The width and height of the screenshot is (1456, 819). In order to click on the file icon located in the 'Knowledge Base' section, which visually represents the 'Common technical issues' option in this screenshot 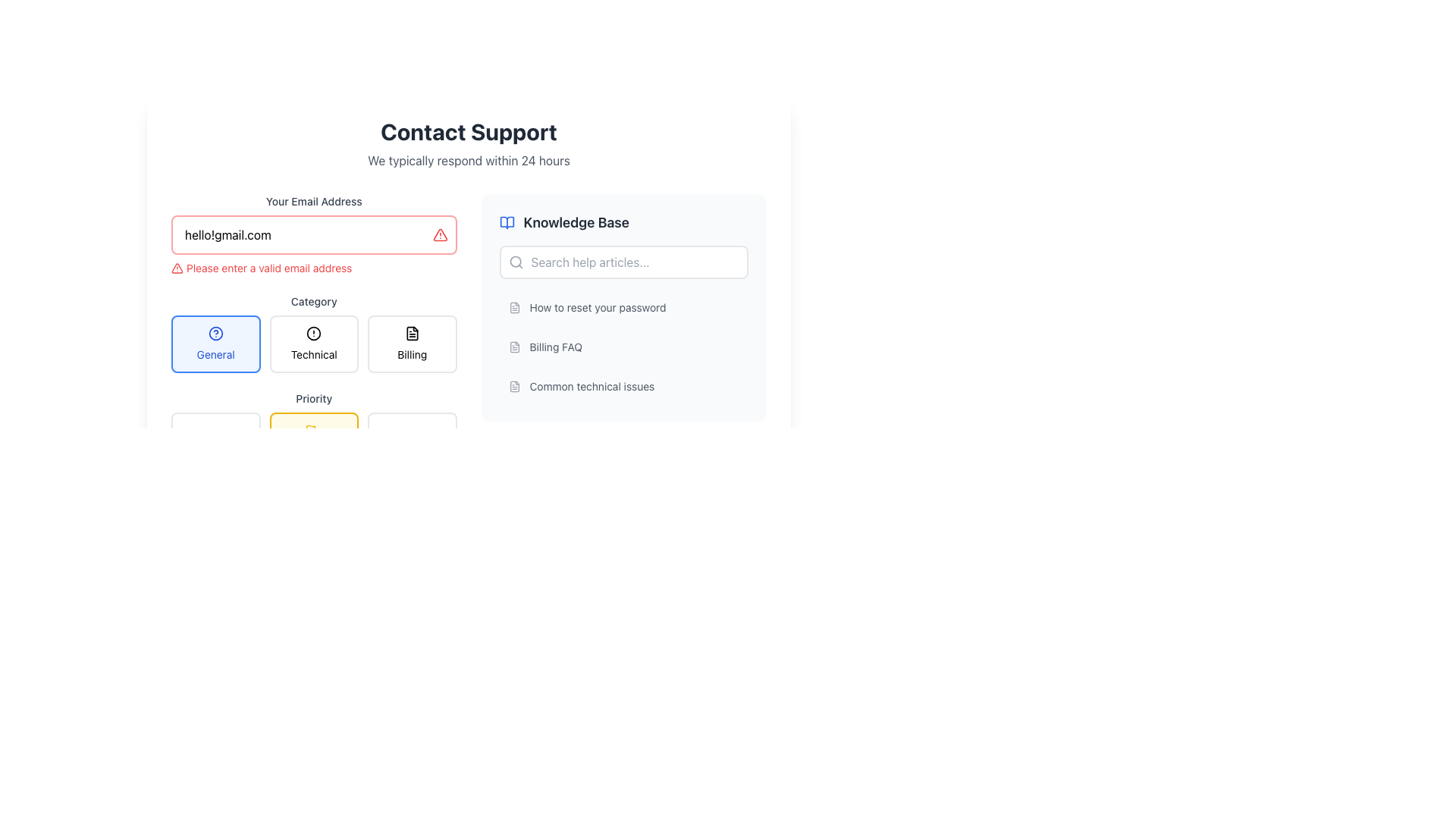, I will do `click(514, 385)`.